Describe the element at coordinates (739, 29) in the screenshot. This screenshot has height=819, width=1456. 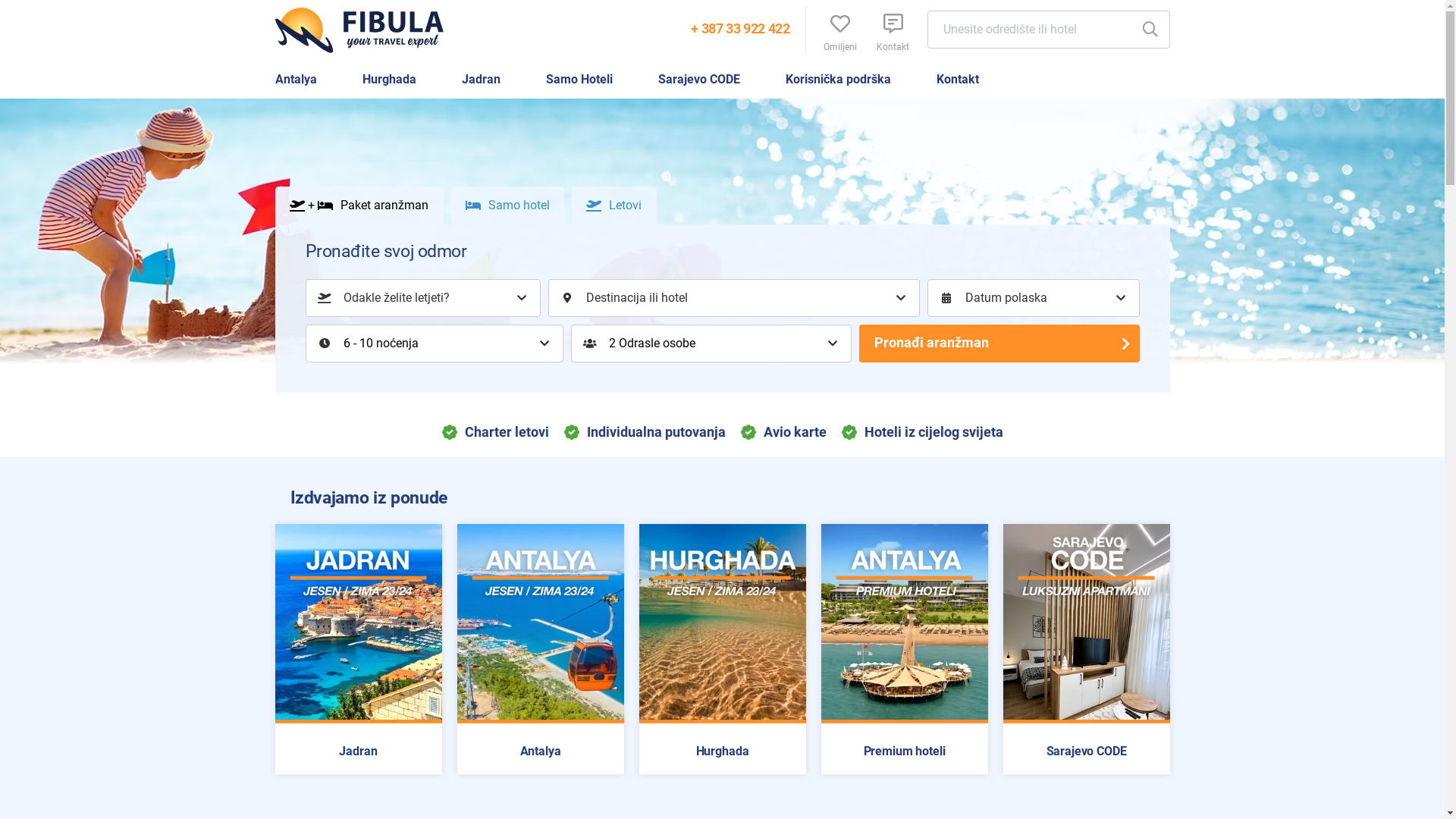
I see `'+ 387 33 922 422'` at that location.